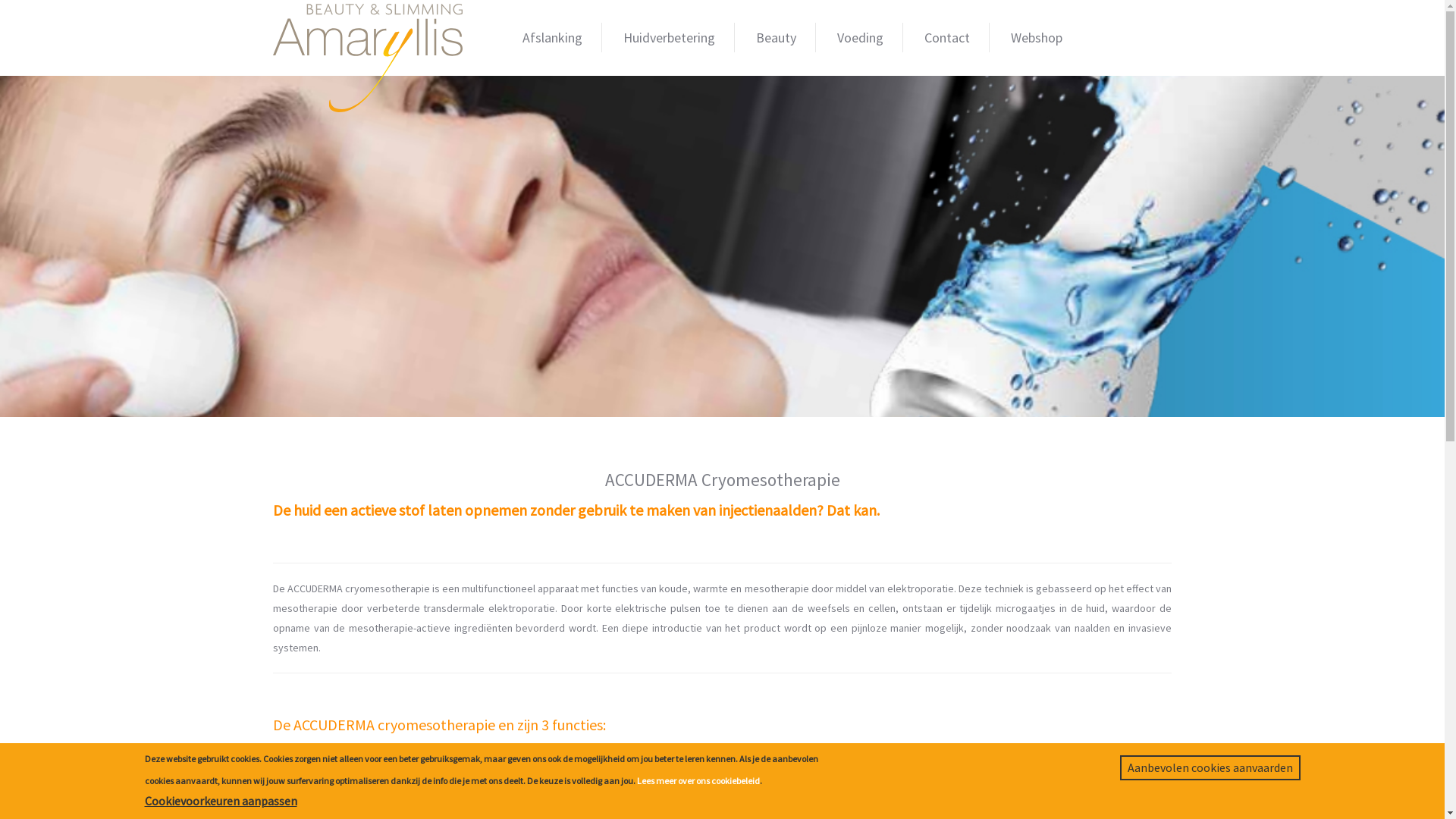 Image resolution: width=1456 pixels, height=819 pixels. Describe the element at coordinates (603, 36) in the screenshot. I see `'Huidverbetering'` at that location.